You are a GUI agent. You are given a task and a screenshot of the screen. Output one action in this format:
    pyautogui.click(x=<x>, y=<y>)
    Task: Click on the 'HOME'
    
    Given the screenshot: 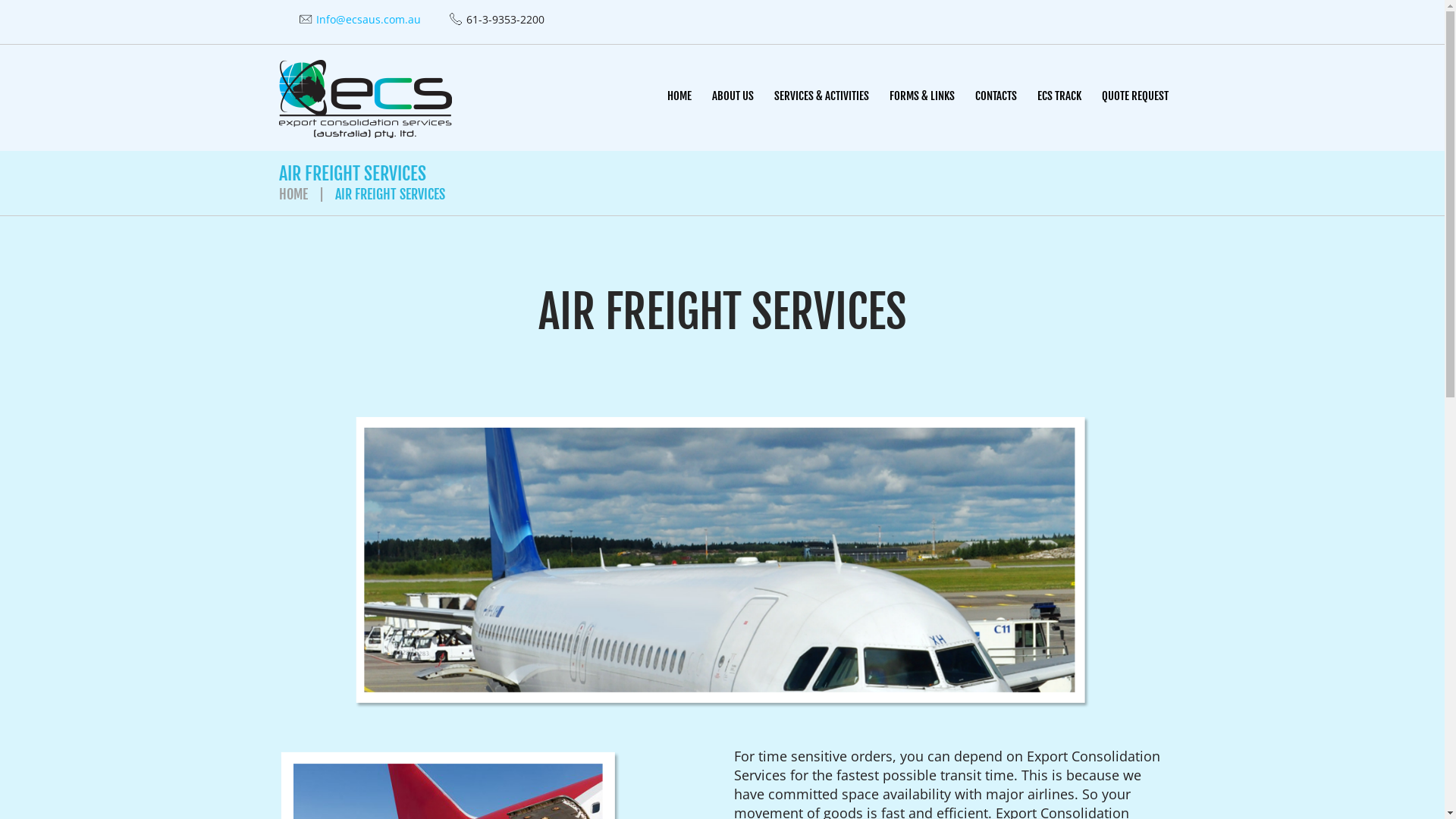 What is the action you would take?
    pyautogui.click(x=677, y=96)
    